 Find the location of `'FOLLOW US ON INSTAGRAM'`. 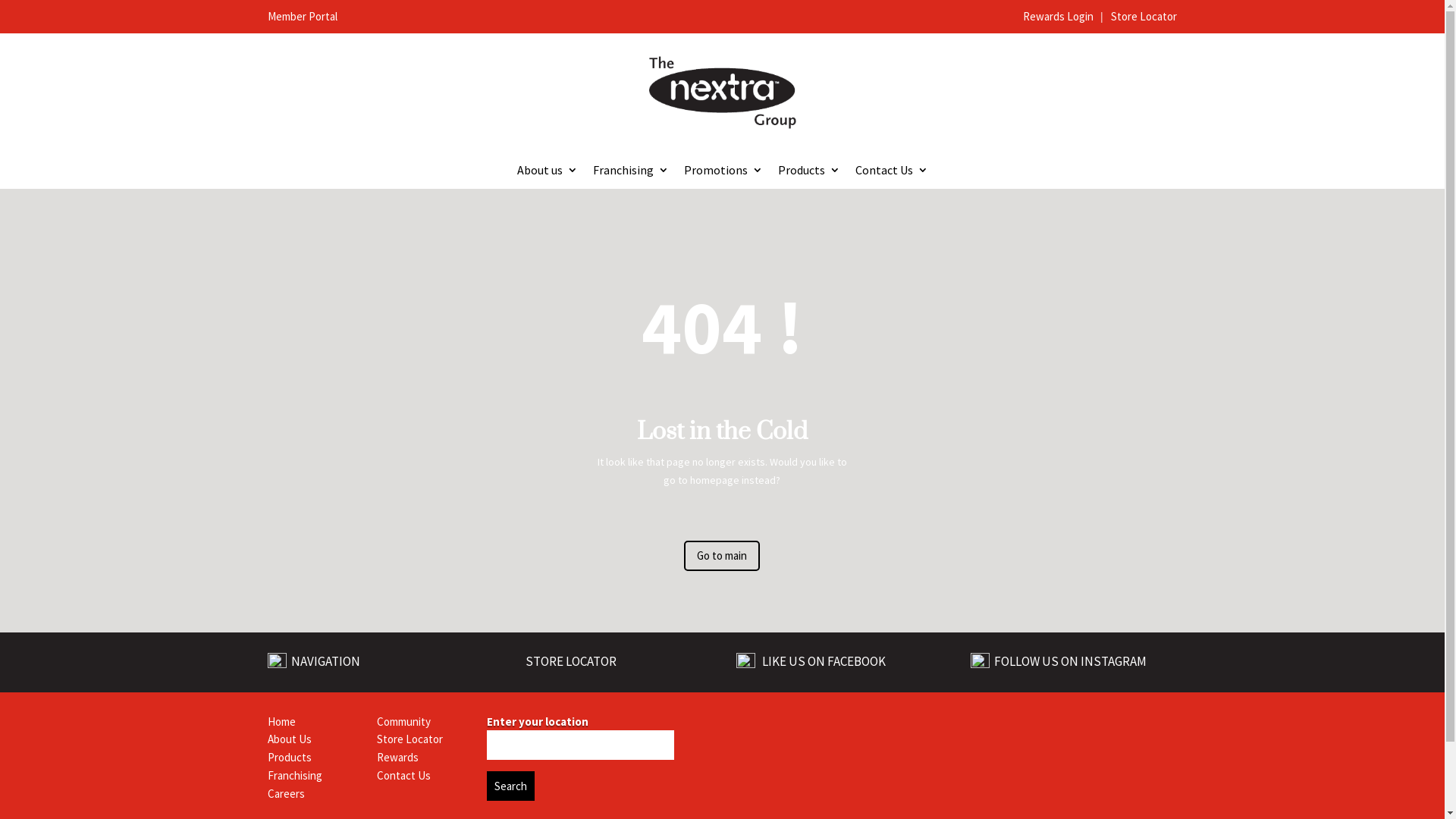

'FOLLOW US ON INSTAGRAM' is located at coordinates (992, 660).